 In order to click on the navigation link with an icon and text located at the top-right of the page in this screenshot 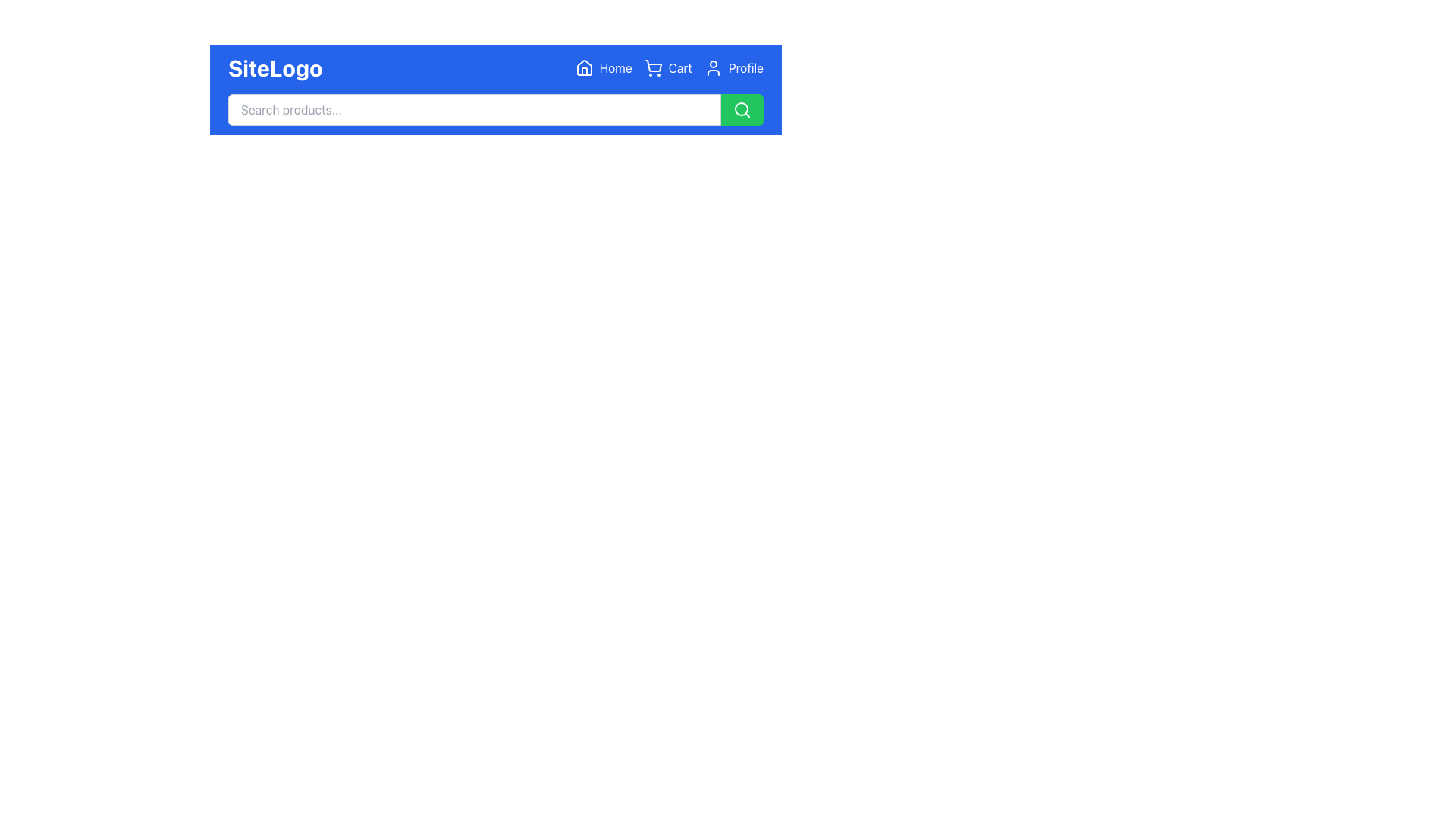, I will do `click(603, 67)`.